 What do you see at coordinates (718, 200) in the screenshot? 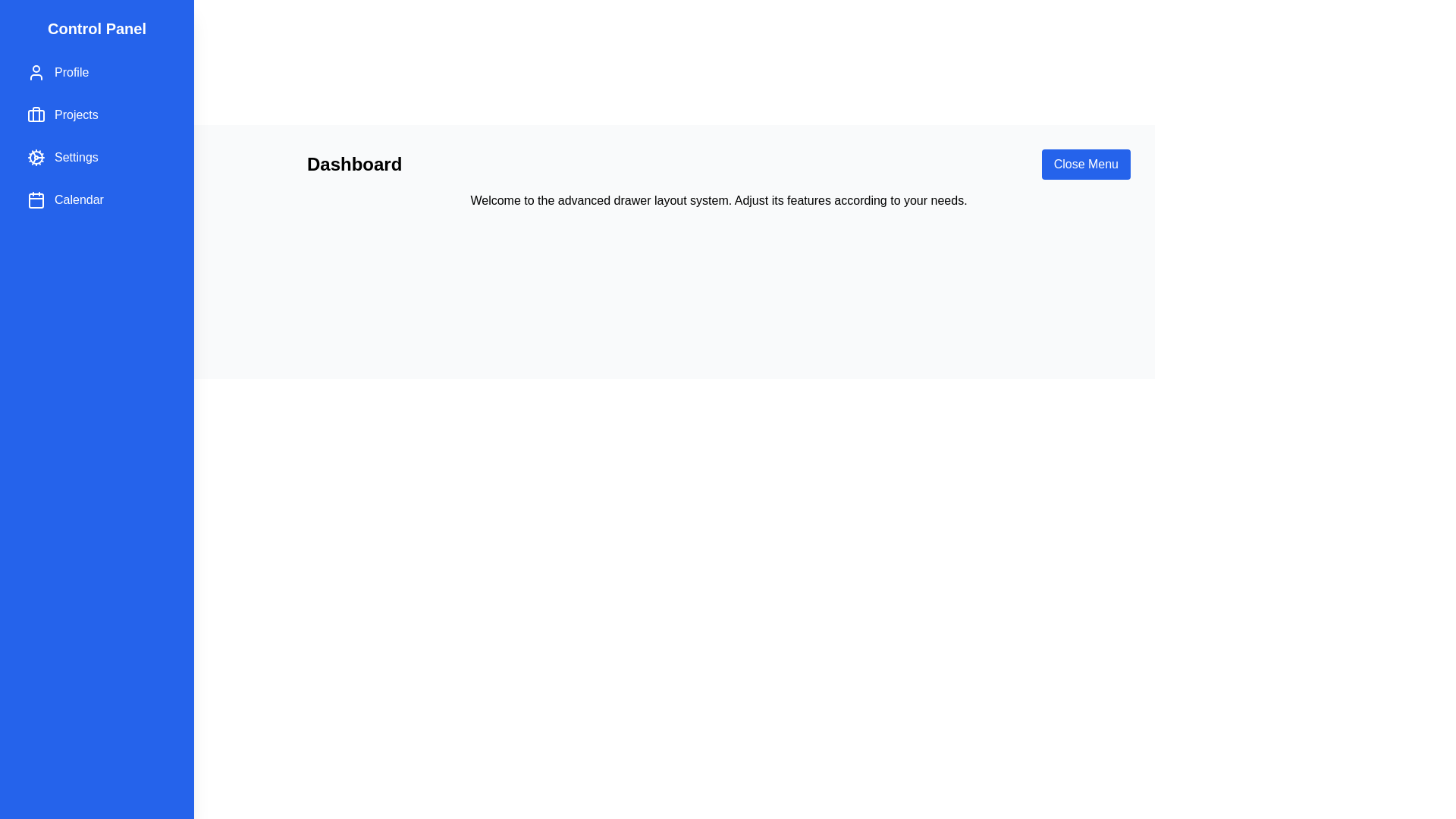
I see `the text block that says 'Welcome to the advanced drawer layout system. Adjust its features according to your needs.' positioned centrally below the 'Dashboard' header` at bounding box center [718, 200].